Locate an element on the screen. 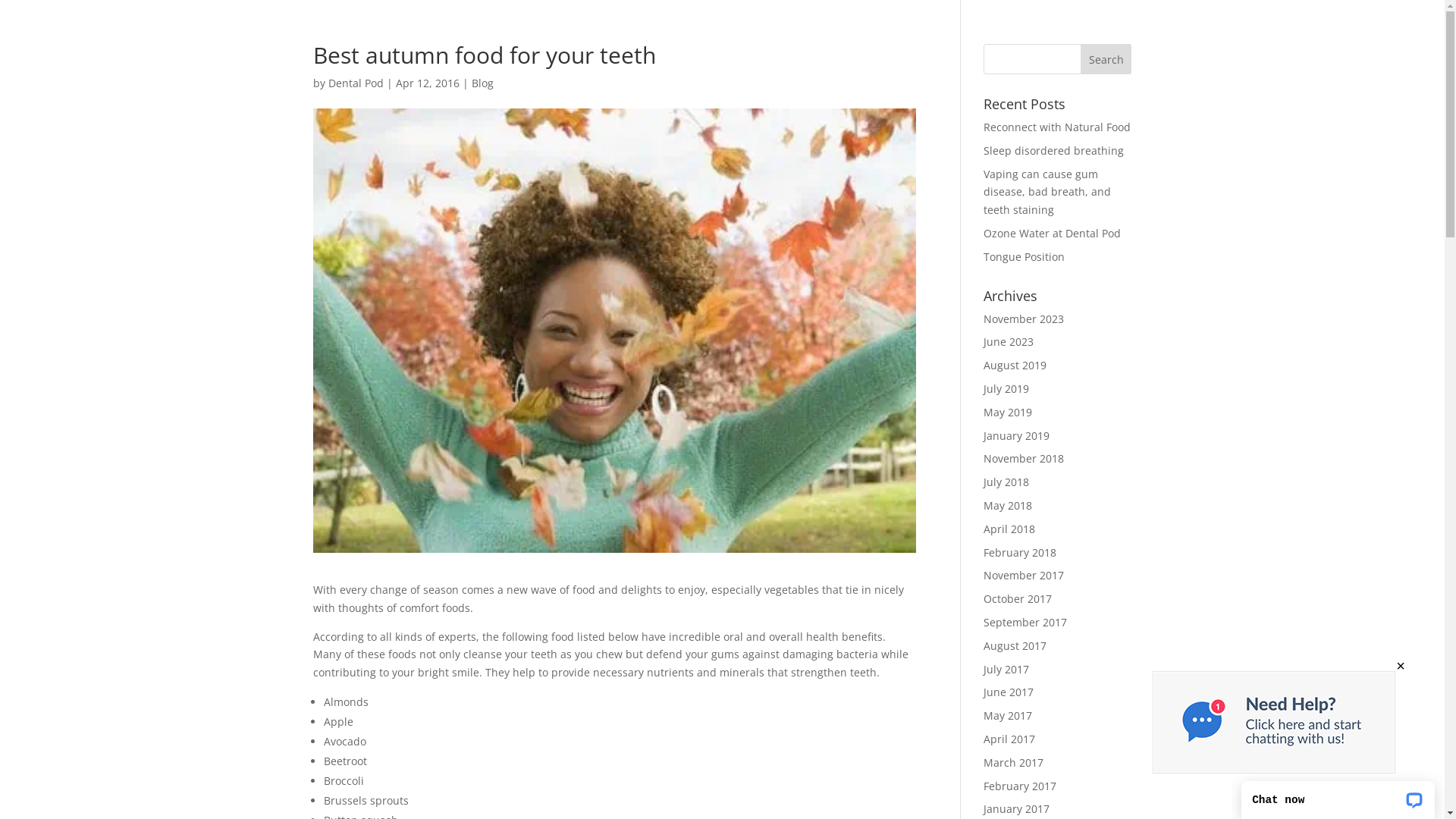 This screenshot has width=1456, height=819. 'November 2018' is located at coordinates (1023, 457).